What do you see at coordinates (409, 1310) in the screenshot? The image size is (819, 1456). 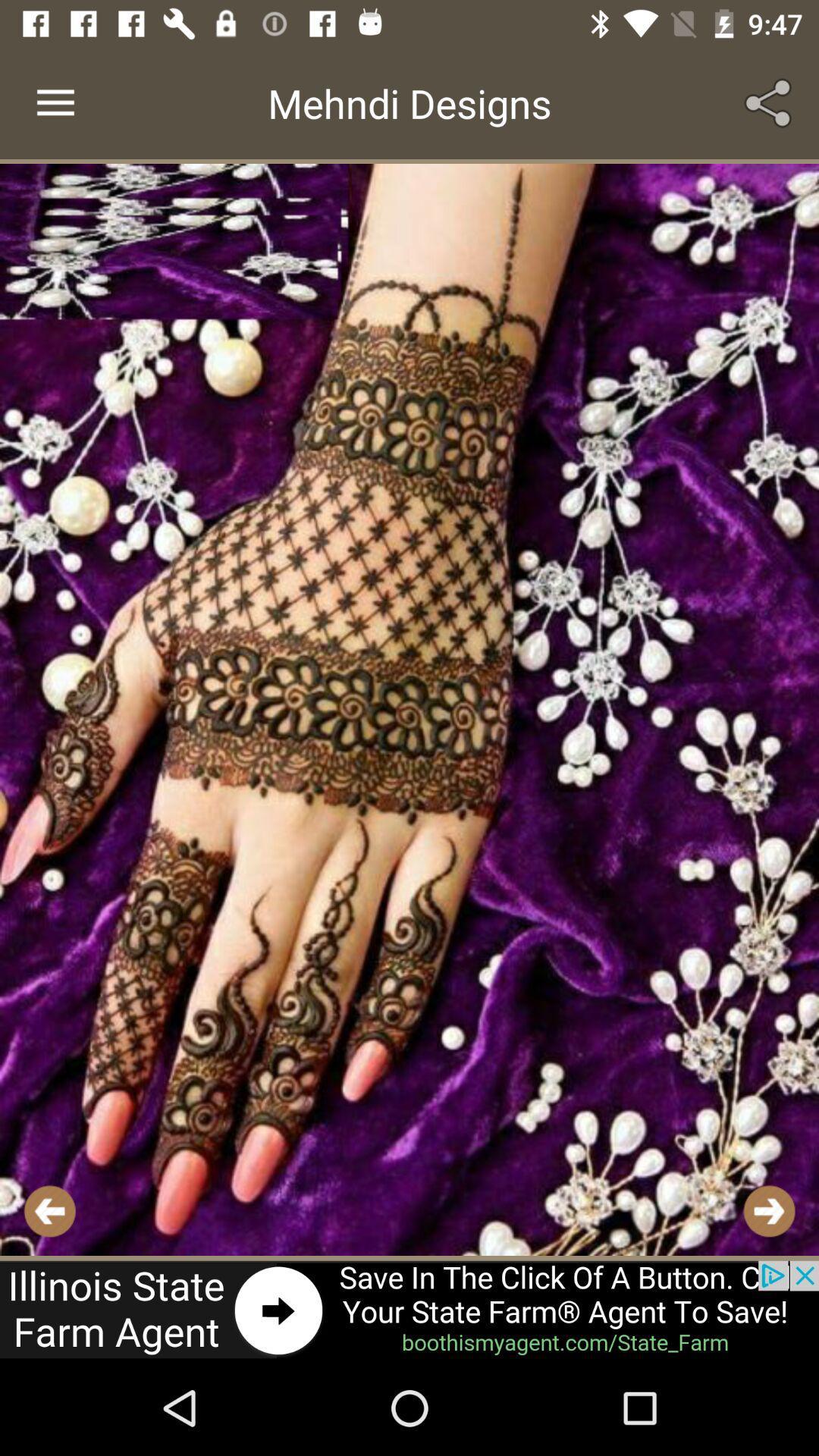 I see `advertisement` at bounding box center [409, 1310].